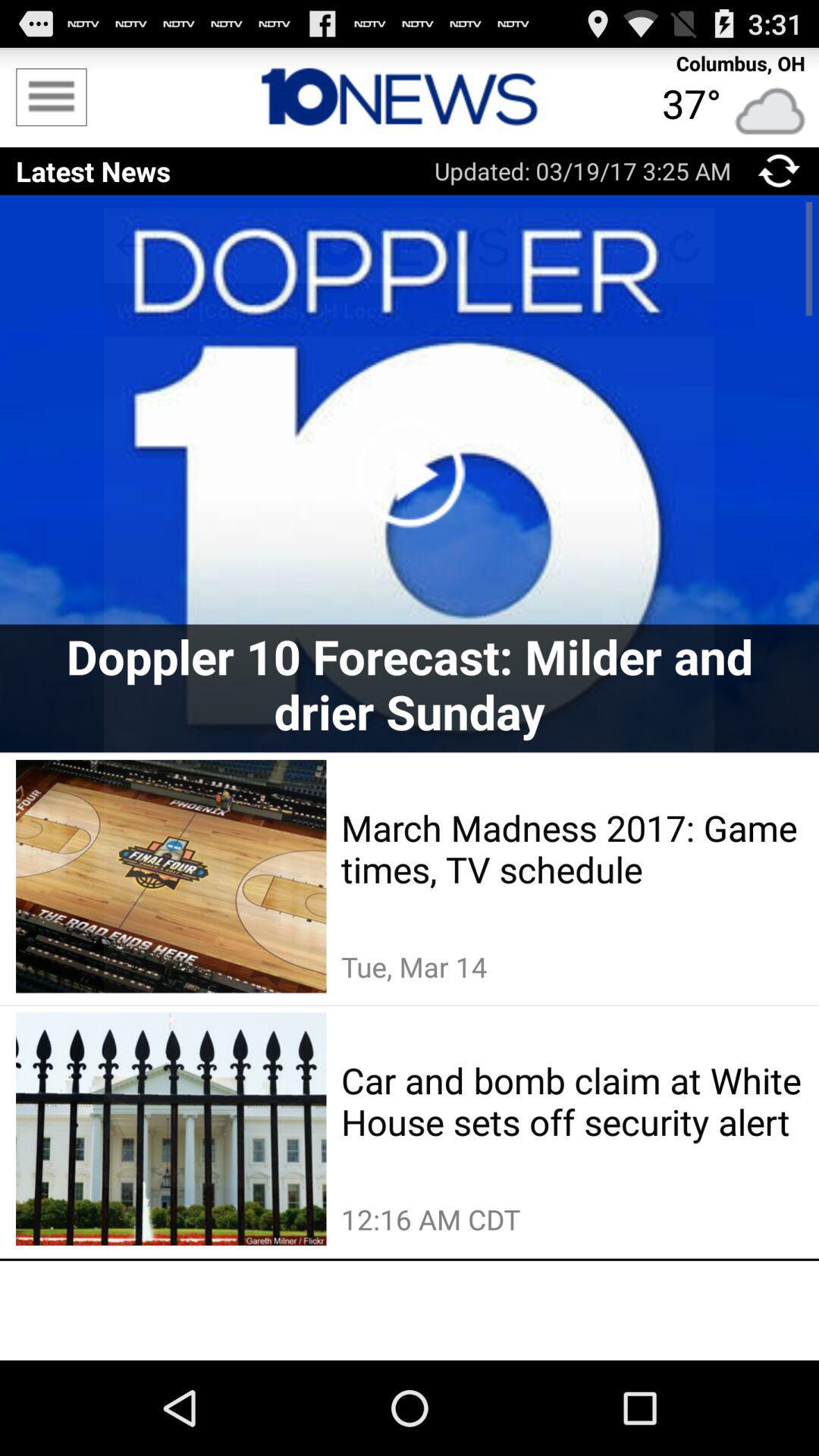  What do you see at coordinates (50, 96) in the screenshot?
I see `menu list` at bounding box center [50, 96].